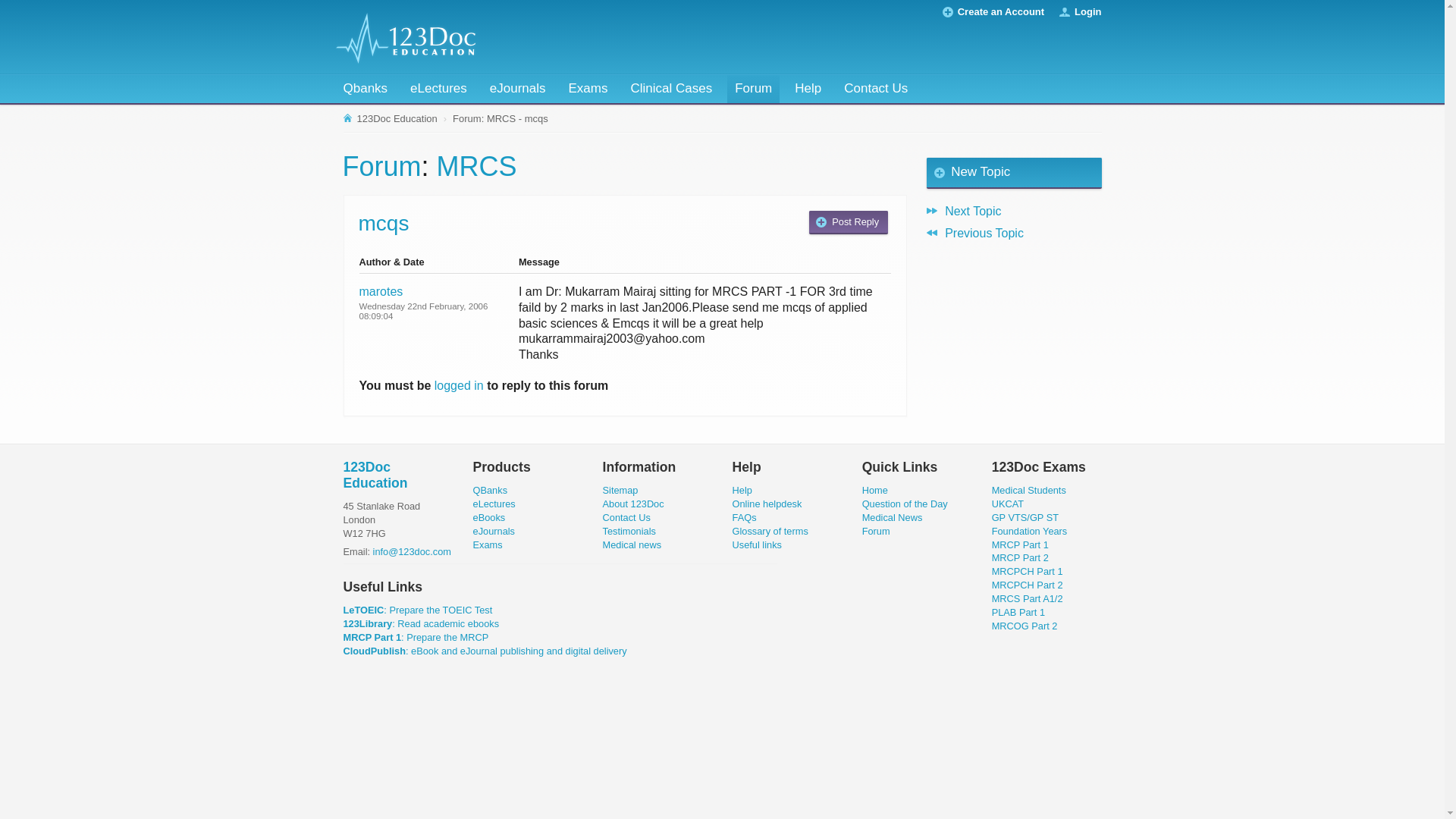  Describe the element at coordinates (381, 291) in the screenshot. I see `'marotes'` at that location.